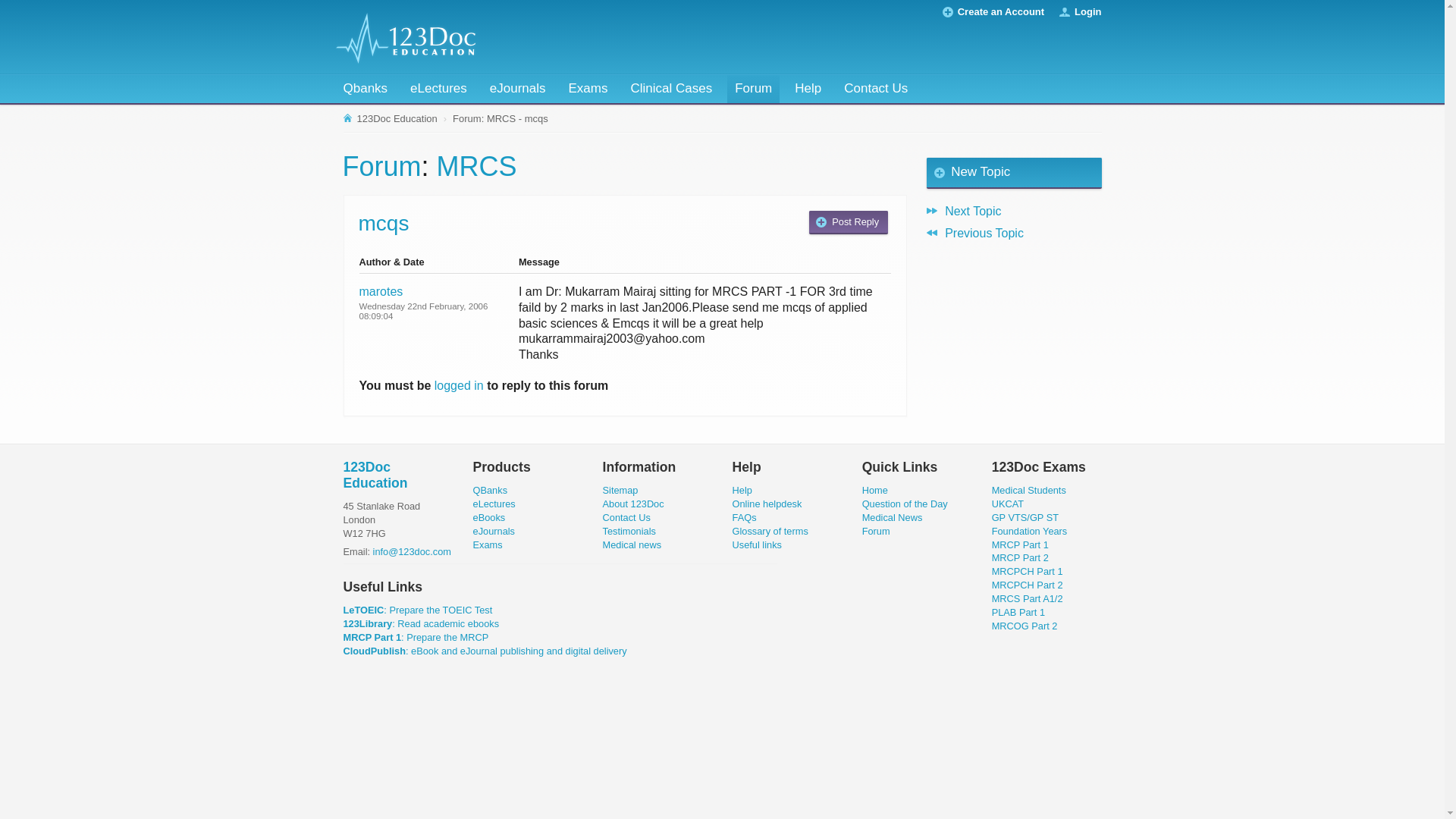  Describe the element at coordinates (381, 291) in the screenshot. I see `'marotes'` at that location.